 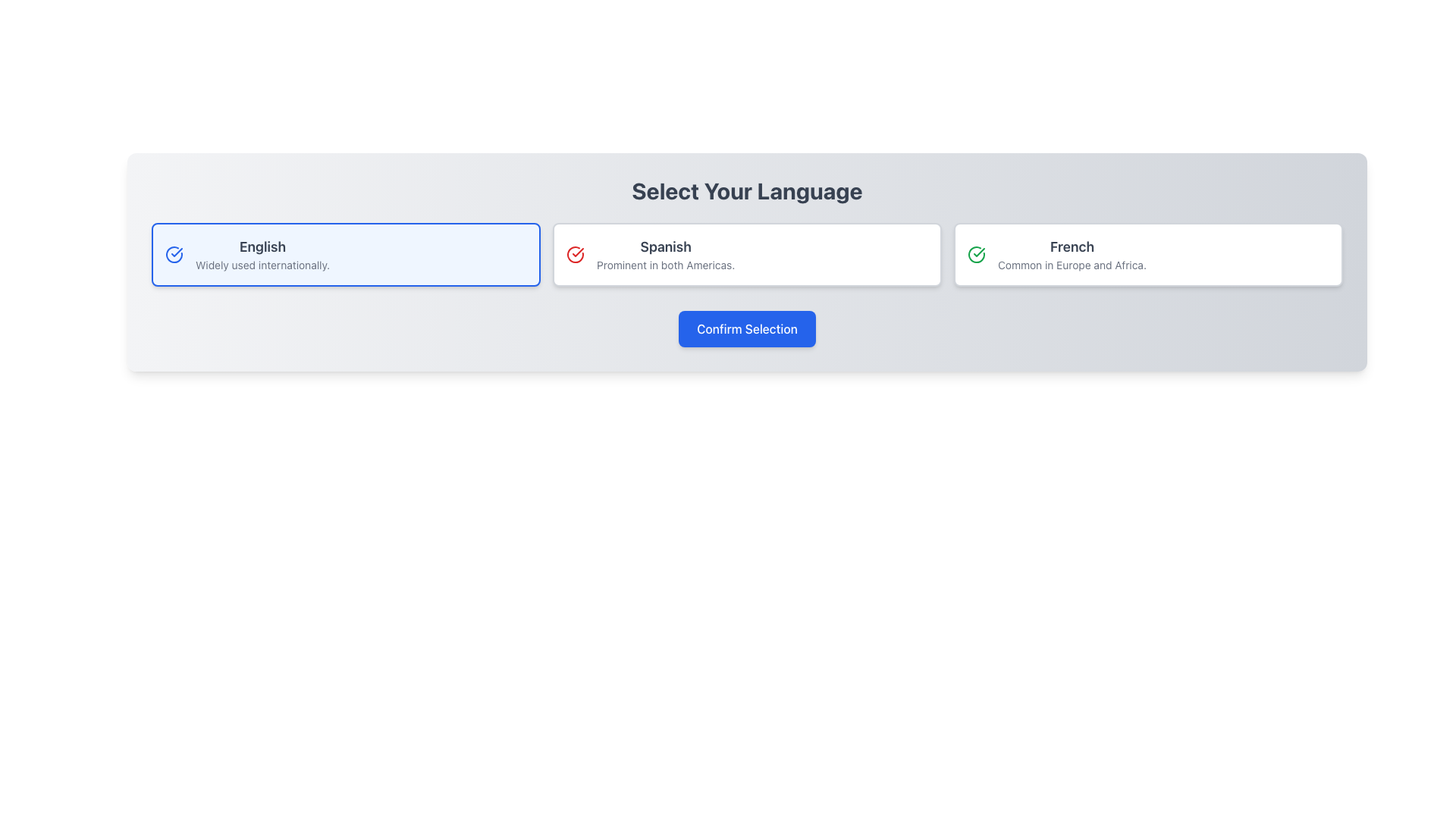 What do you see at coordinates (577, 251) in the screenshot?
I see `the icon indicating the 'Spanish' language option, located to the left of the text 'Prominent in both Americas.' and right of the 'English' option` at bounding box center [577, 251].